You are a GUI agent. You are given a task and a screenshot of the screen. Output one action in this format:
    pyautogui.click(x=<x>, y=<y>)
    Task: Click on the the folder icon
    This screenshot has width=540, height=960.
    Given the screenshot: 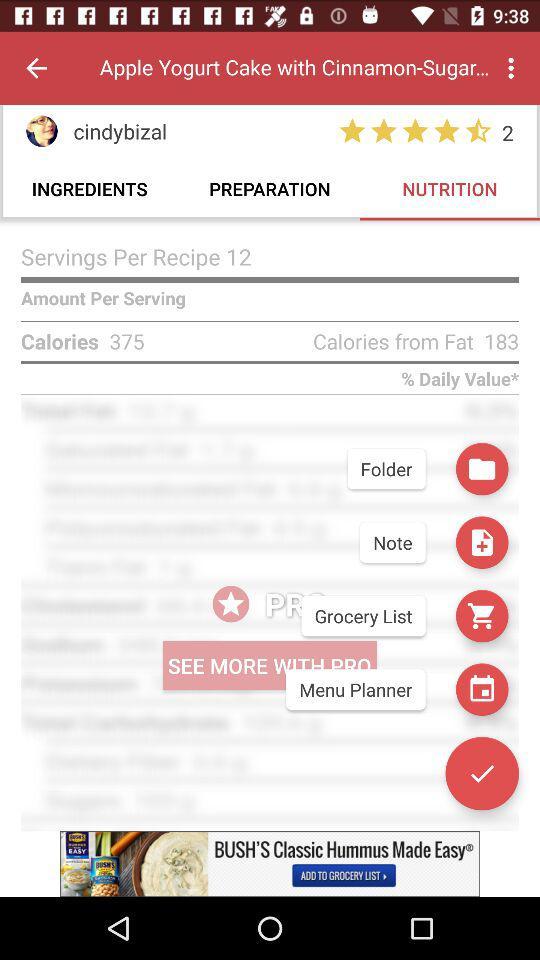 What is the action you would take?
    pyautogui.click(x=481, y=469)
    